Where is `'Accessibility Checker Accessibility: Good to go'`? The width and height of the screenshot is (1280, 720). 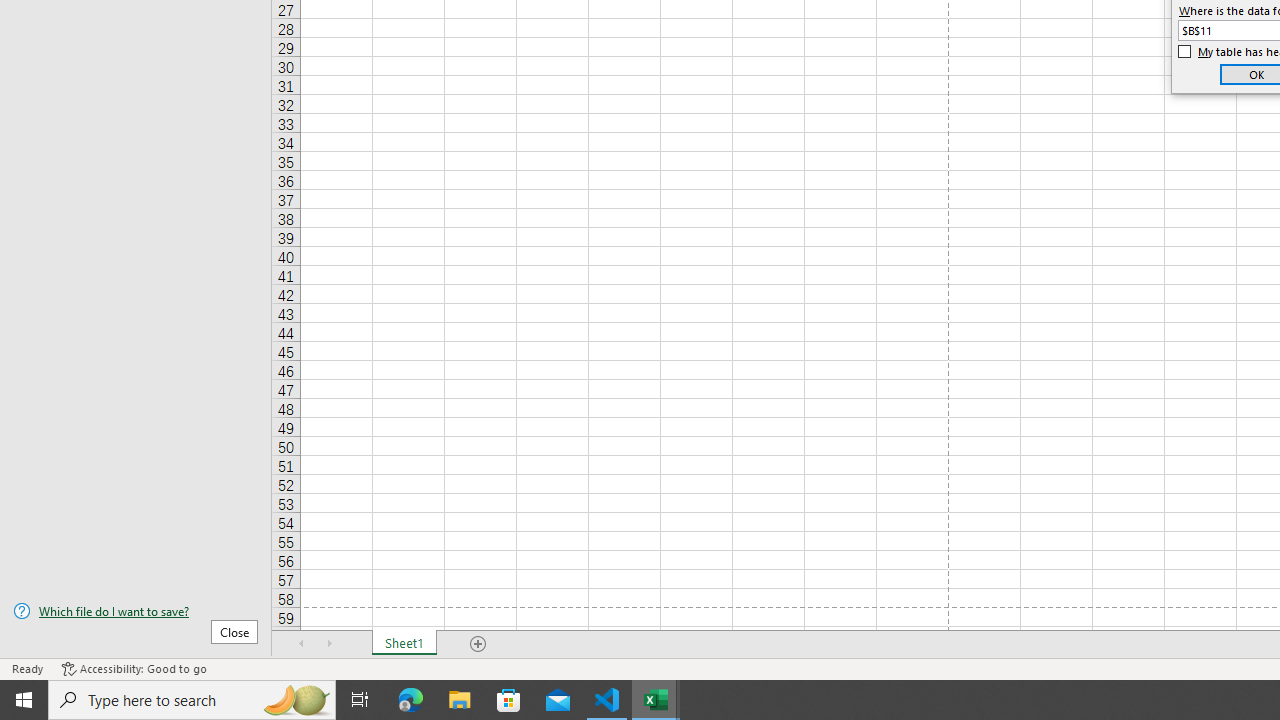 'Accessibility Checker Accessibility: Good to go' is located at coordinates (133, 669).